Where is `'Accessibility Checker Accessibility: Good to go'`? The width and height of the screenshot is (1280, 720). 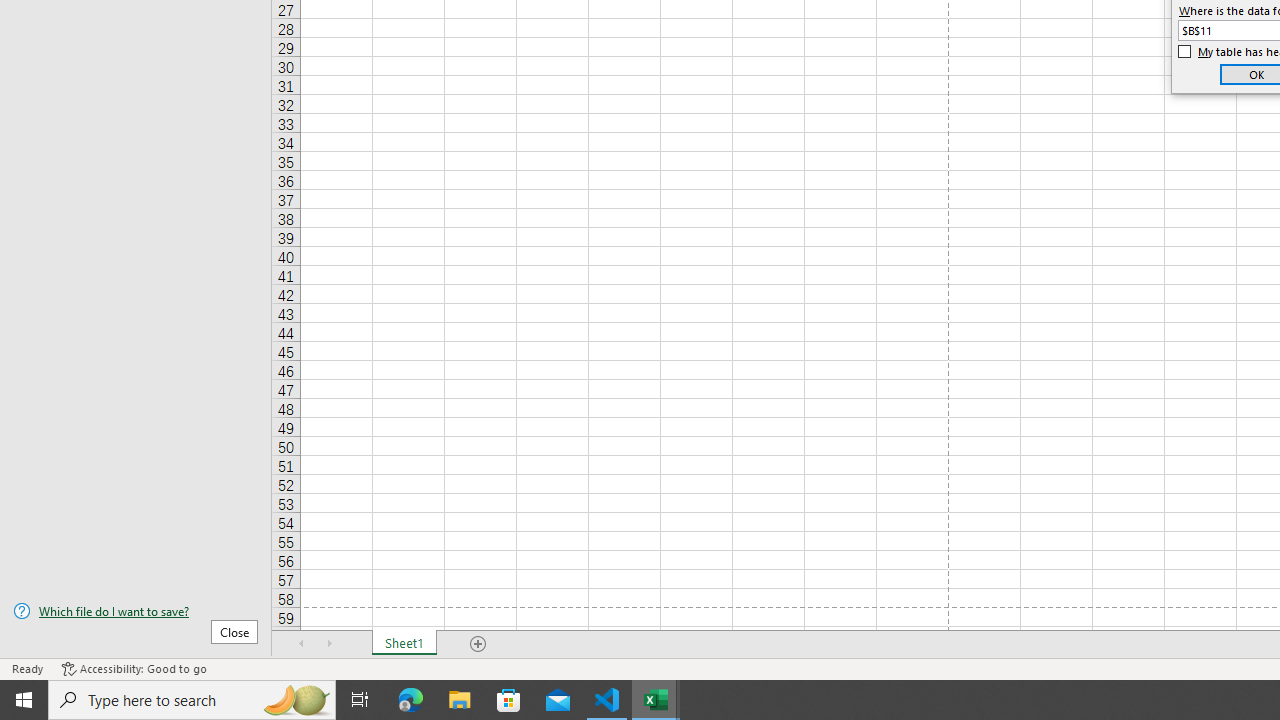 'Accessibility Checker Accessibility: Good to go' is located at coordinates (133, 669).